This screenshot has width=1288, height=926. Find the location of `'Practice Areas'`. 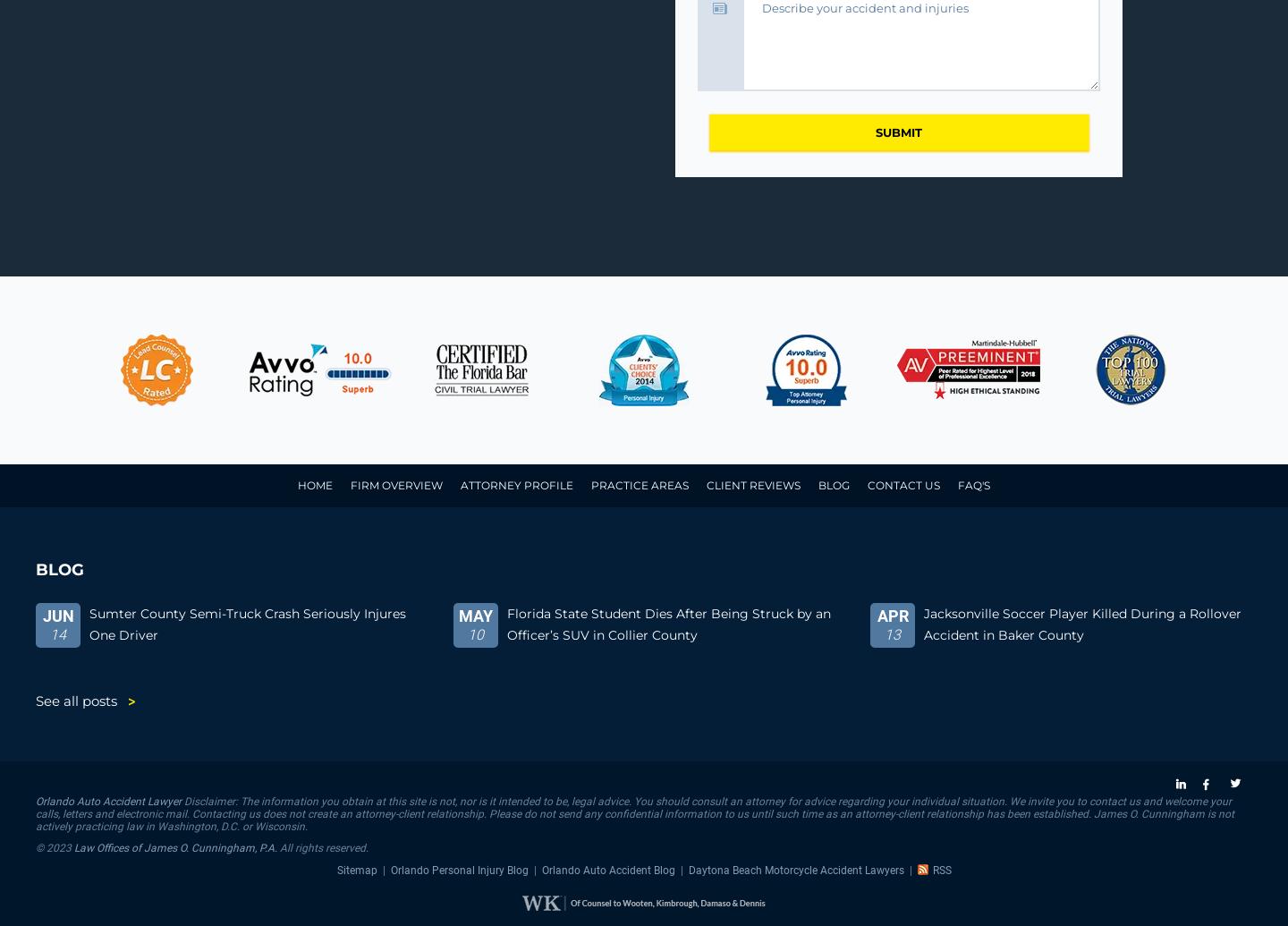

'Practice Areas' is located at coordinates (589, 484).